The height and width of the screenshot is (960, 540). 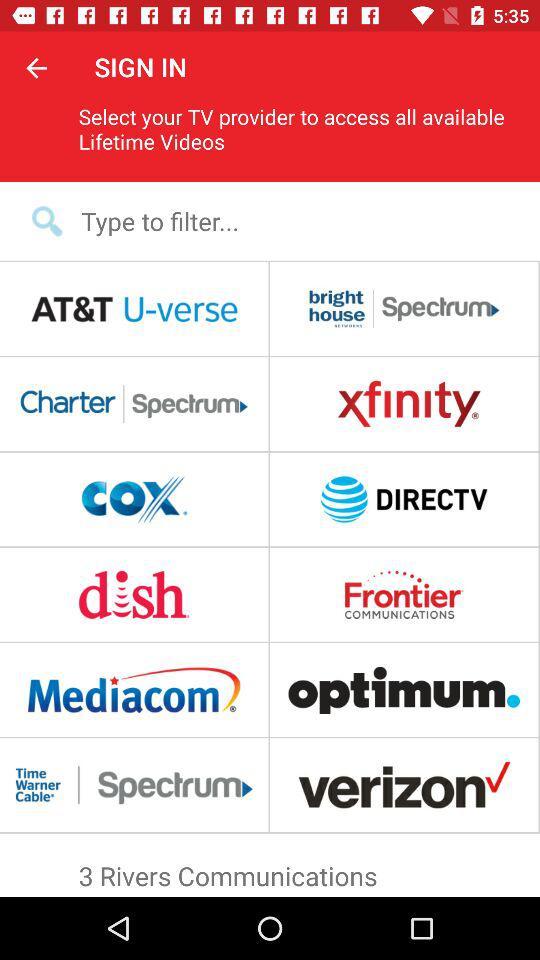 What do you see at coordinates (36, 67) in the screenshot?
I see `the icon to the left of the select your tv` at bounding box center [36, 67].